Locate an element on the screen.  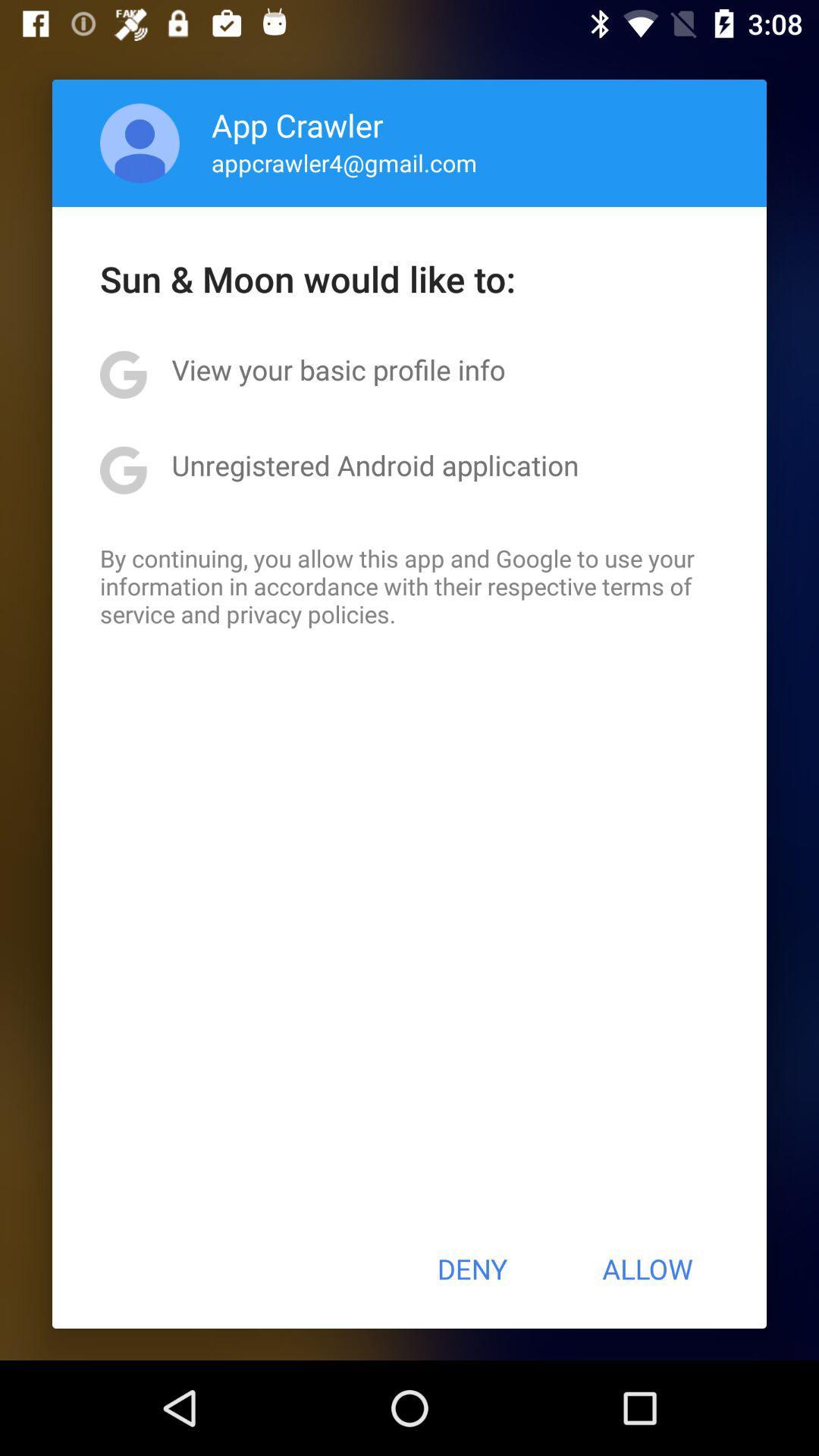
unregistered android application icon is located at coordinates (375, 464).